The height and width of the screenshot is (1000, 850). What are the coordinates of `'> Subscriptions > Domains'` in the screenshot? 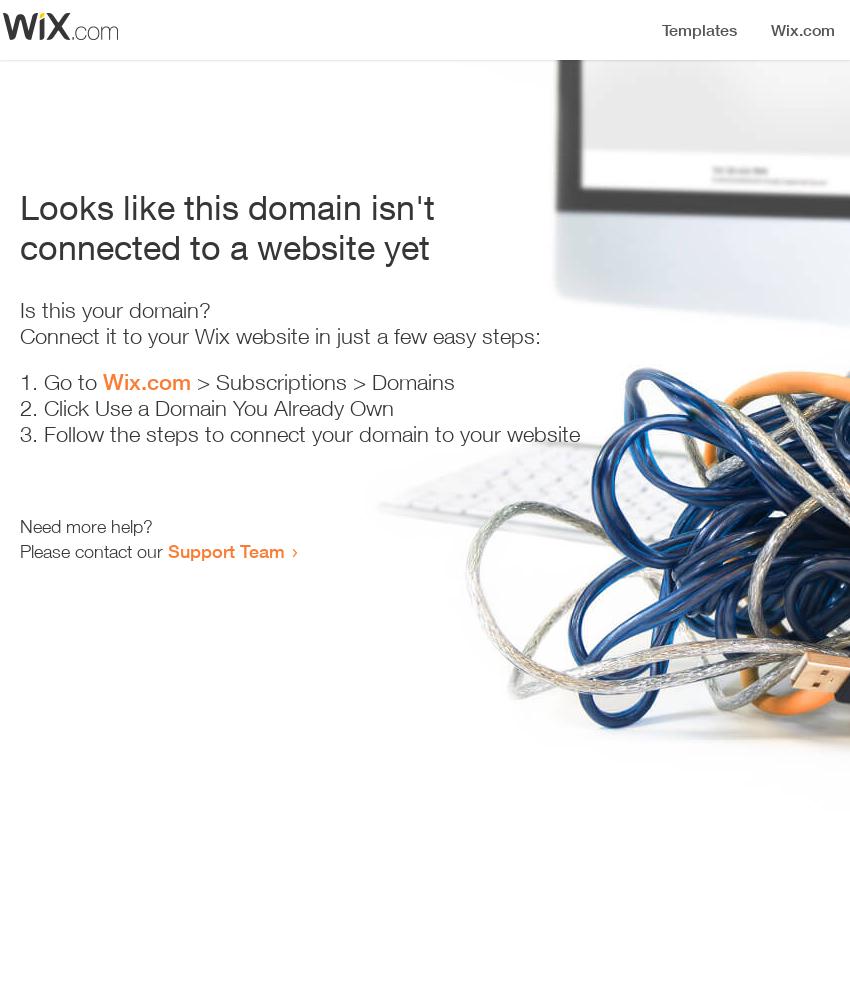 It's located at (323, 382).